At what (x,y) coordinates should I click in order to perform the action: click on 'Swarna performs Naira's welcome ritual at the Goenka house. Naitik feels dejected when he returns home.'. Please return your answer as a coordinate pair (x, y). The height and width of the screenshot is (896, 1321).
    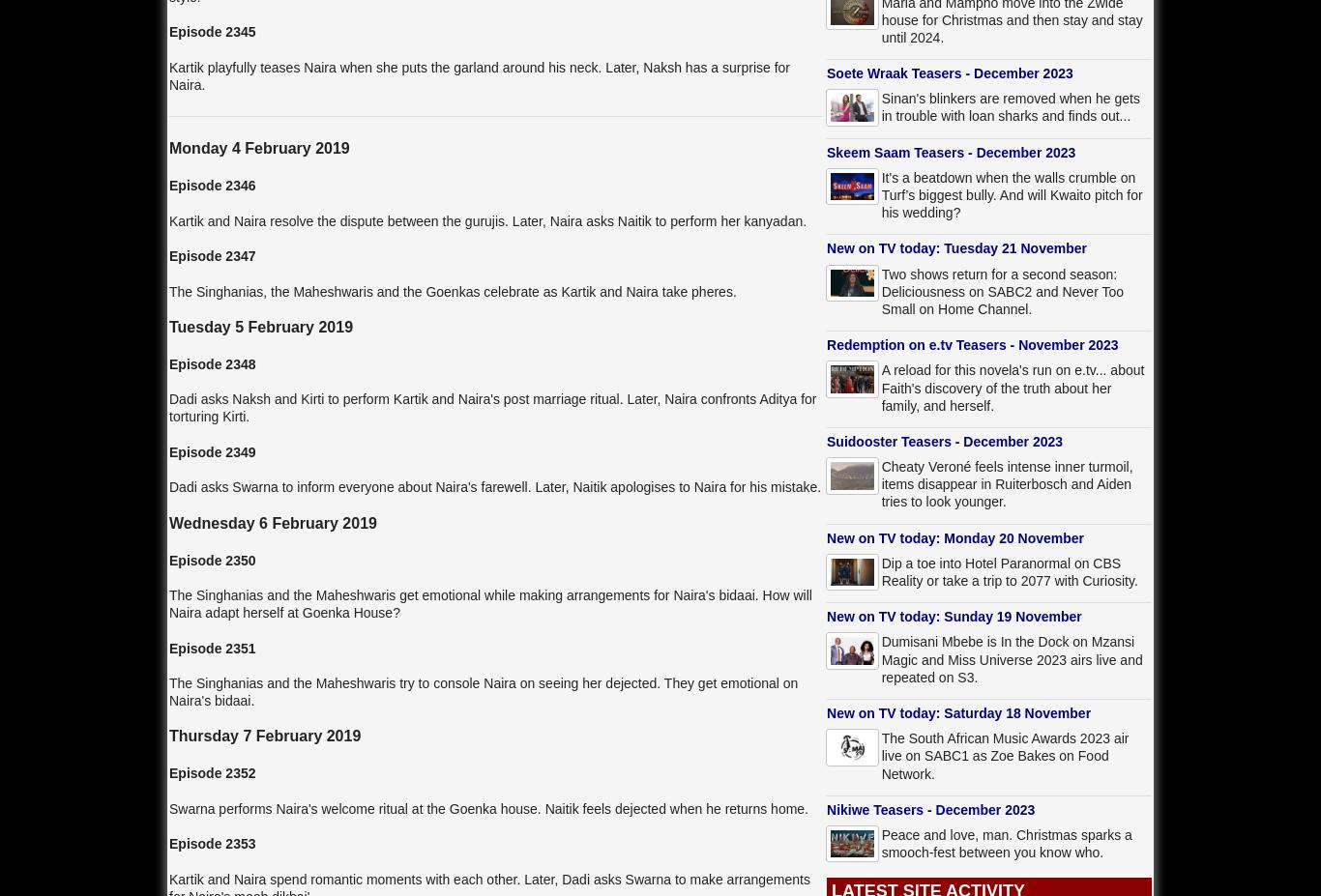
    Looking at the image, I should click on (488, 807).